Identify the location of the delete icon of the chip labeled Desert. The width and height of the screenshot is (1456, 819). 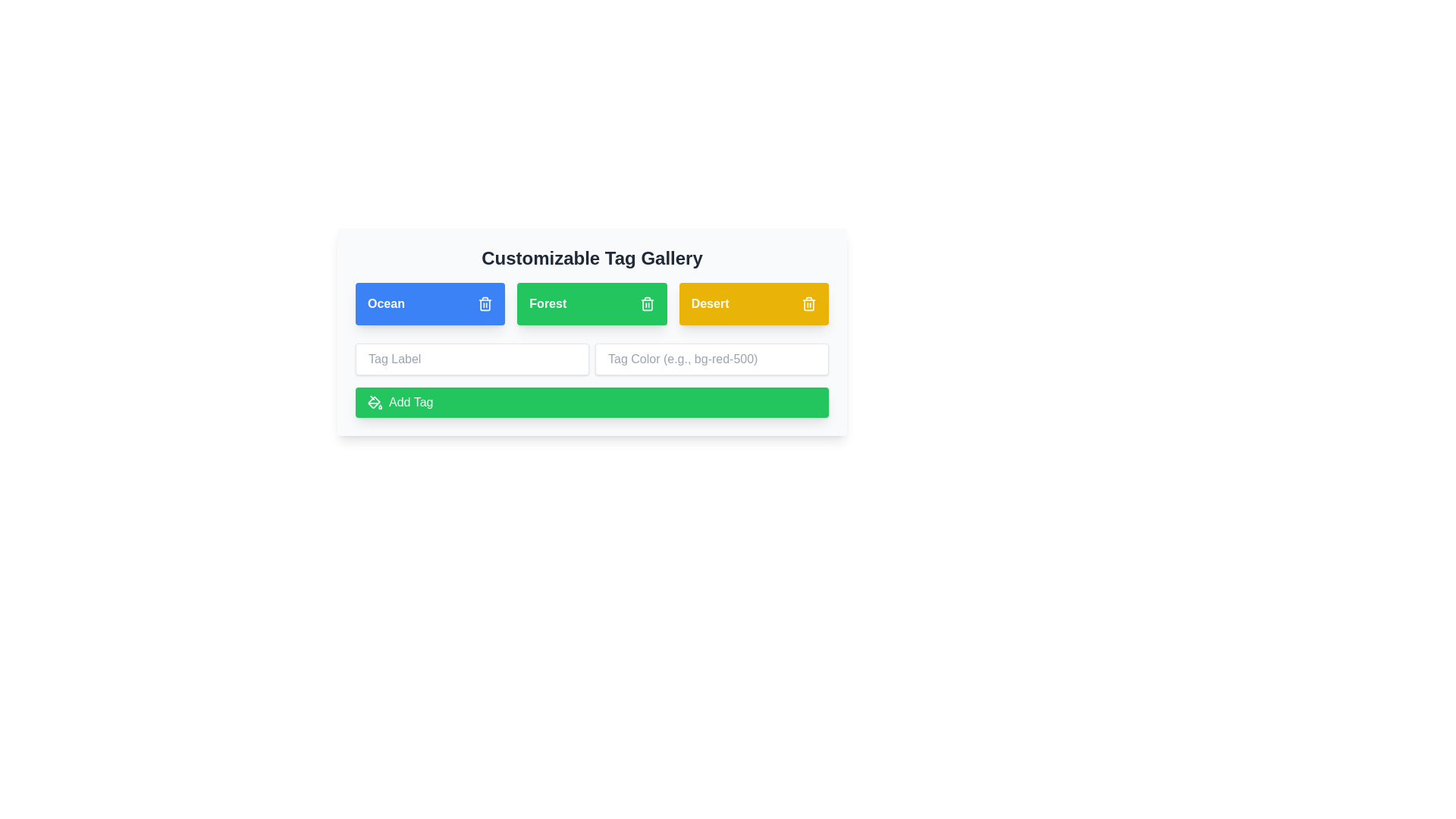
(808, 304).